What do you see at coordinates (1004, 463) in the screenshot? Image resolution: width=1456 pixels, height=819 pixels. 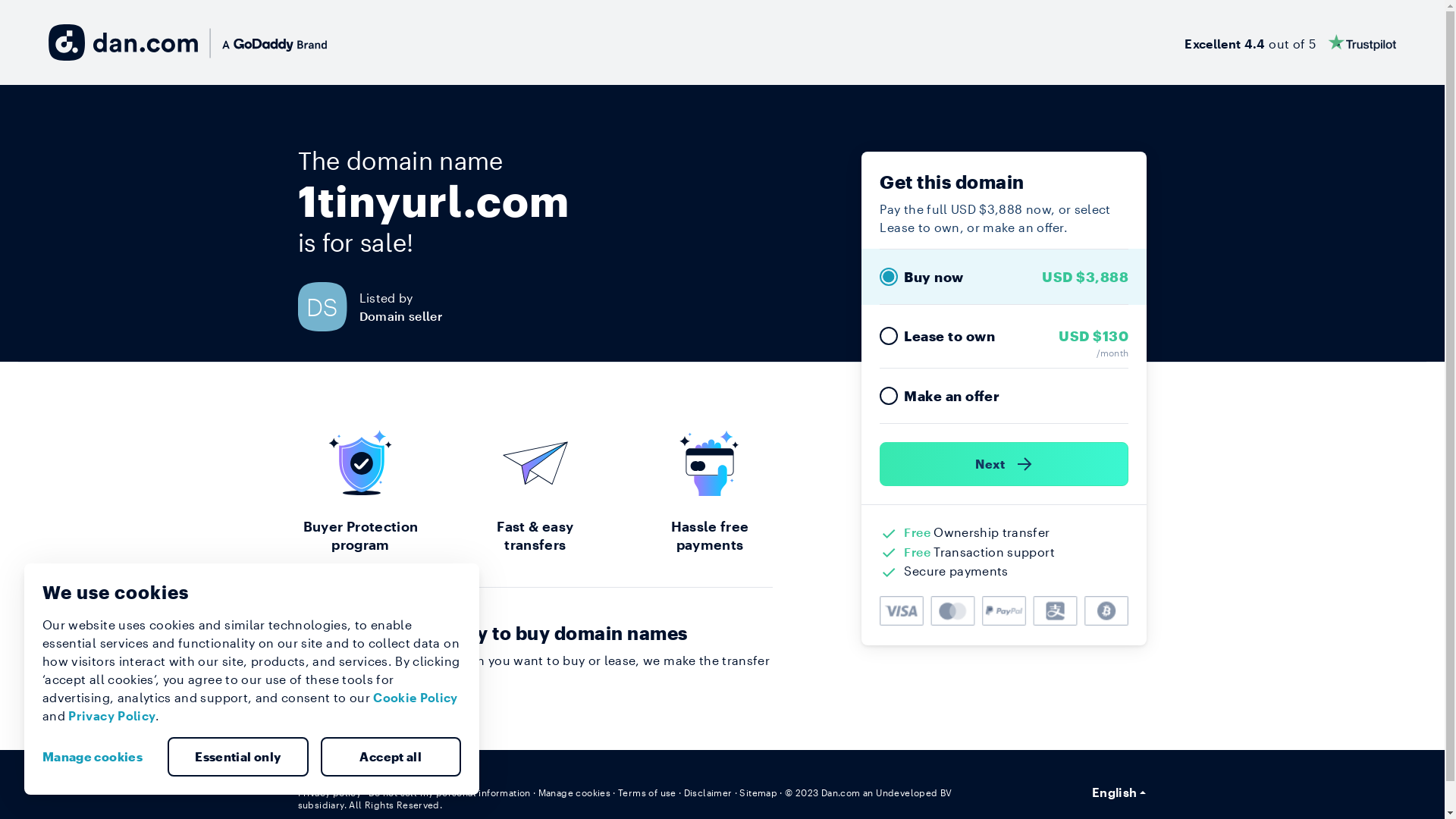 I see `'Next` at bounding box center [1004, 463].